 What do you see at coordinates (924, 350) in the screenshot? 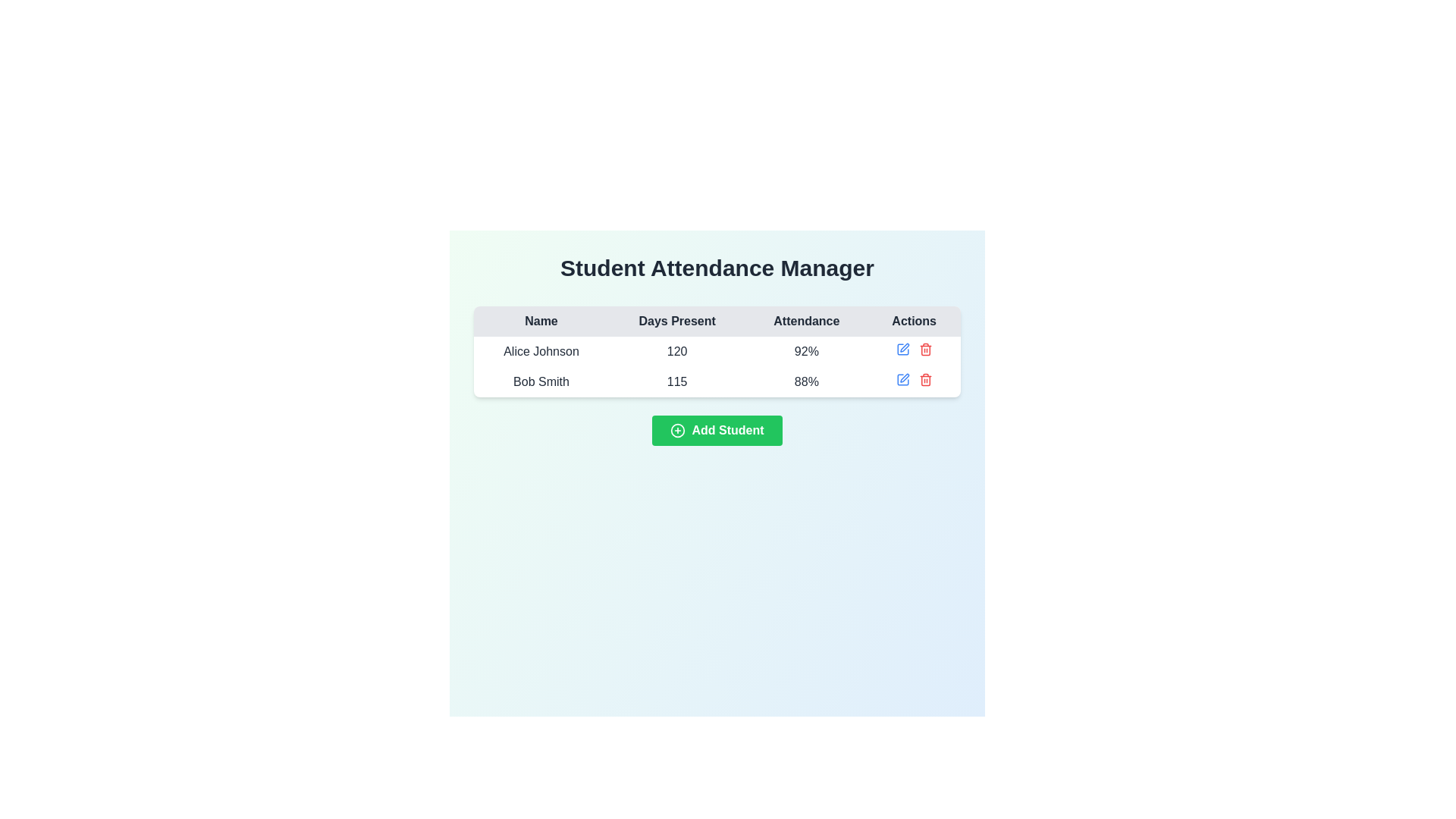
I see `the small red trash bin icon button in the 'Actions' column of the 'Student Attendance Manager' table` at bounding box center [924, 350].